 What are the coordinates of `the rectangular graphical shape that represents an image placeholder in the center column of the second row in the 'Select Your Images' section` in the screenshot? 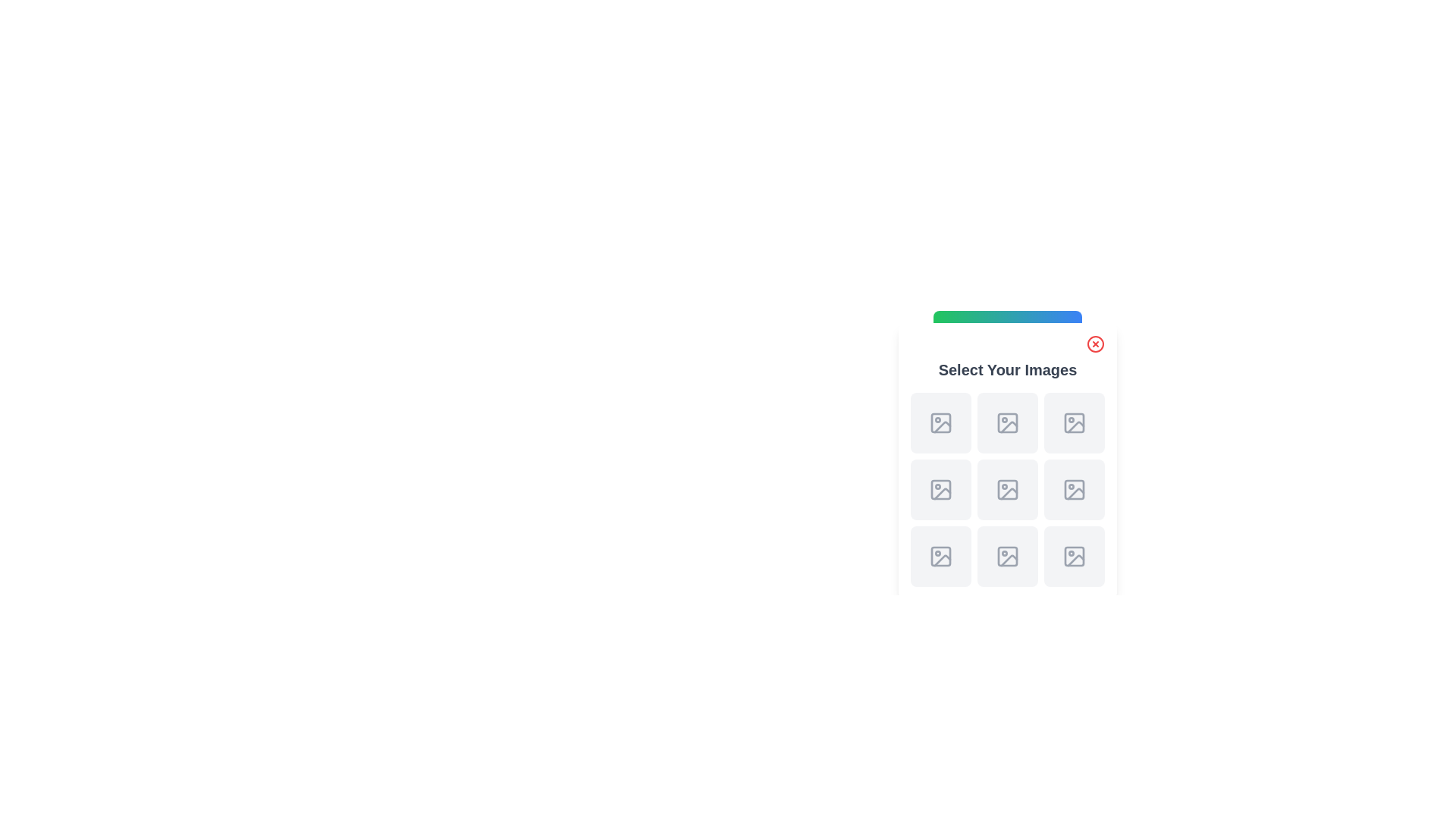 It's located at (1008, 489).